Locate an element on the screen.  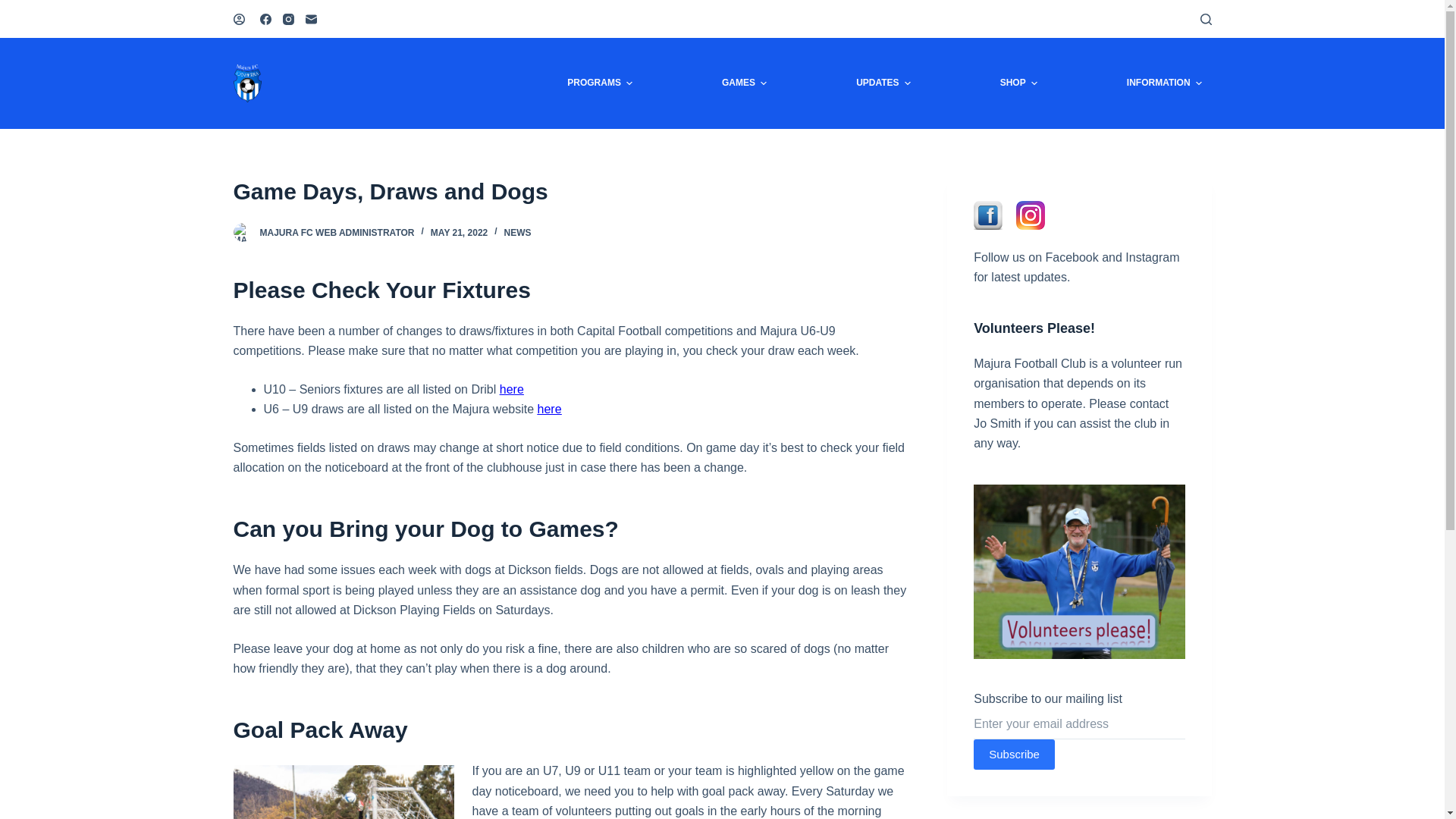
'Subscribe' is located at coordinates (1014, 755).